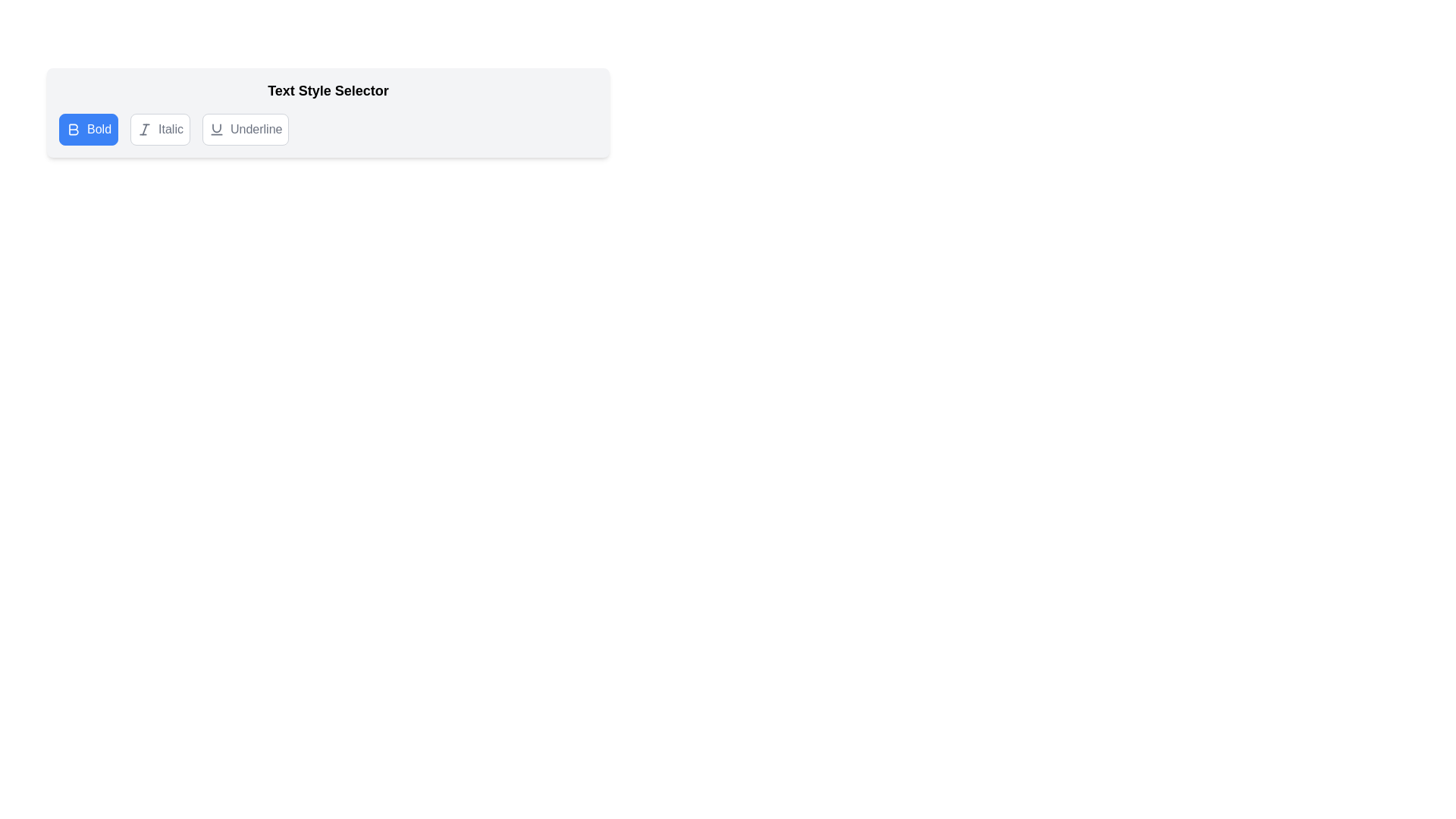 Image resolution: width=1456 pixels, height=819 pixels. What do you see at coordinates (160, 128) in the screenshot?
I see `the 'Italic' button, which has an italicized letter 'I' icon and is the second button in the 'Text Style Selector' group` at bounding box center [160, 128].